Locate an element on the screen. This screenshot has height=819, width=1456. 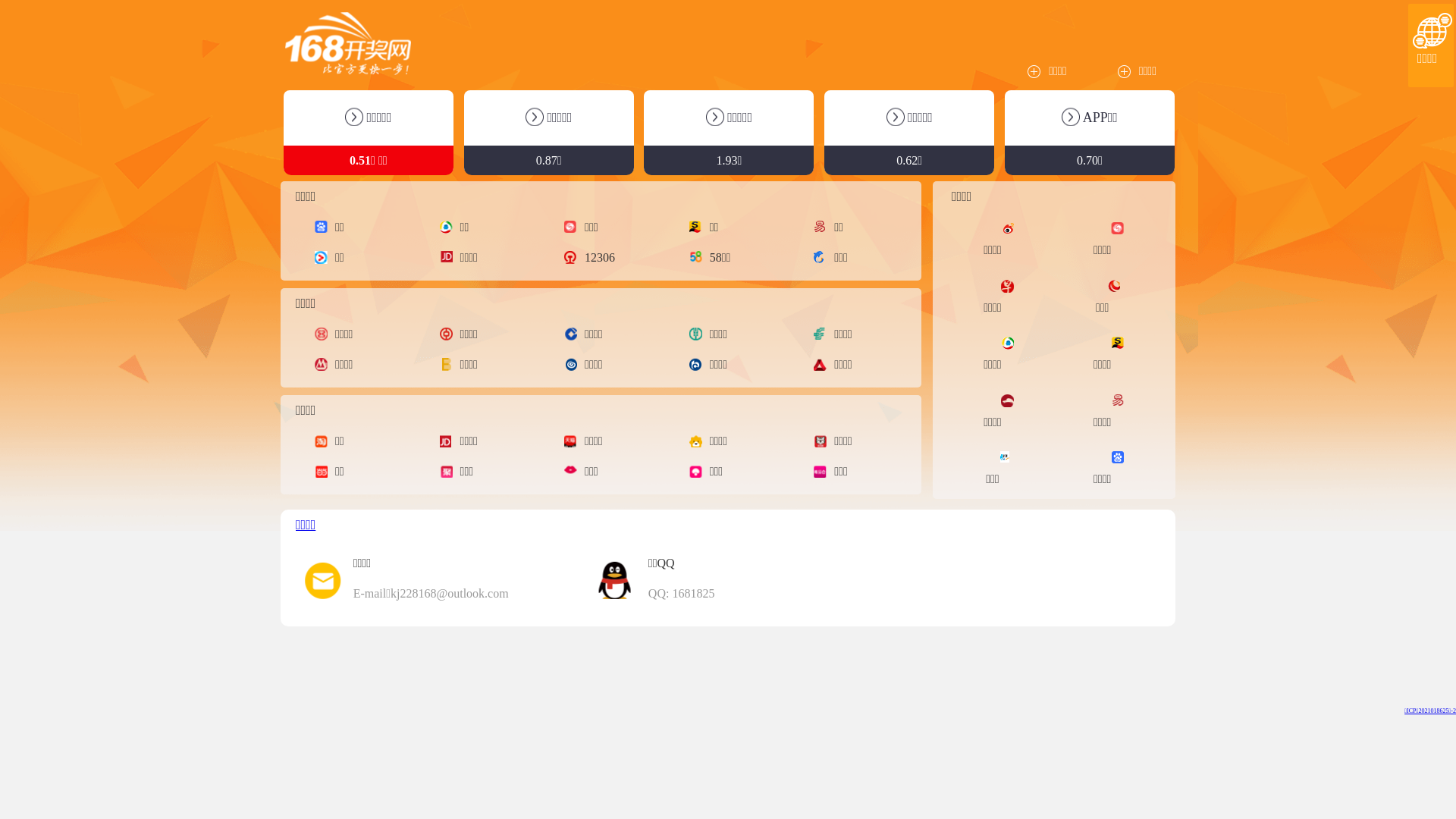
'12306' is located at coordinates (570, 256).